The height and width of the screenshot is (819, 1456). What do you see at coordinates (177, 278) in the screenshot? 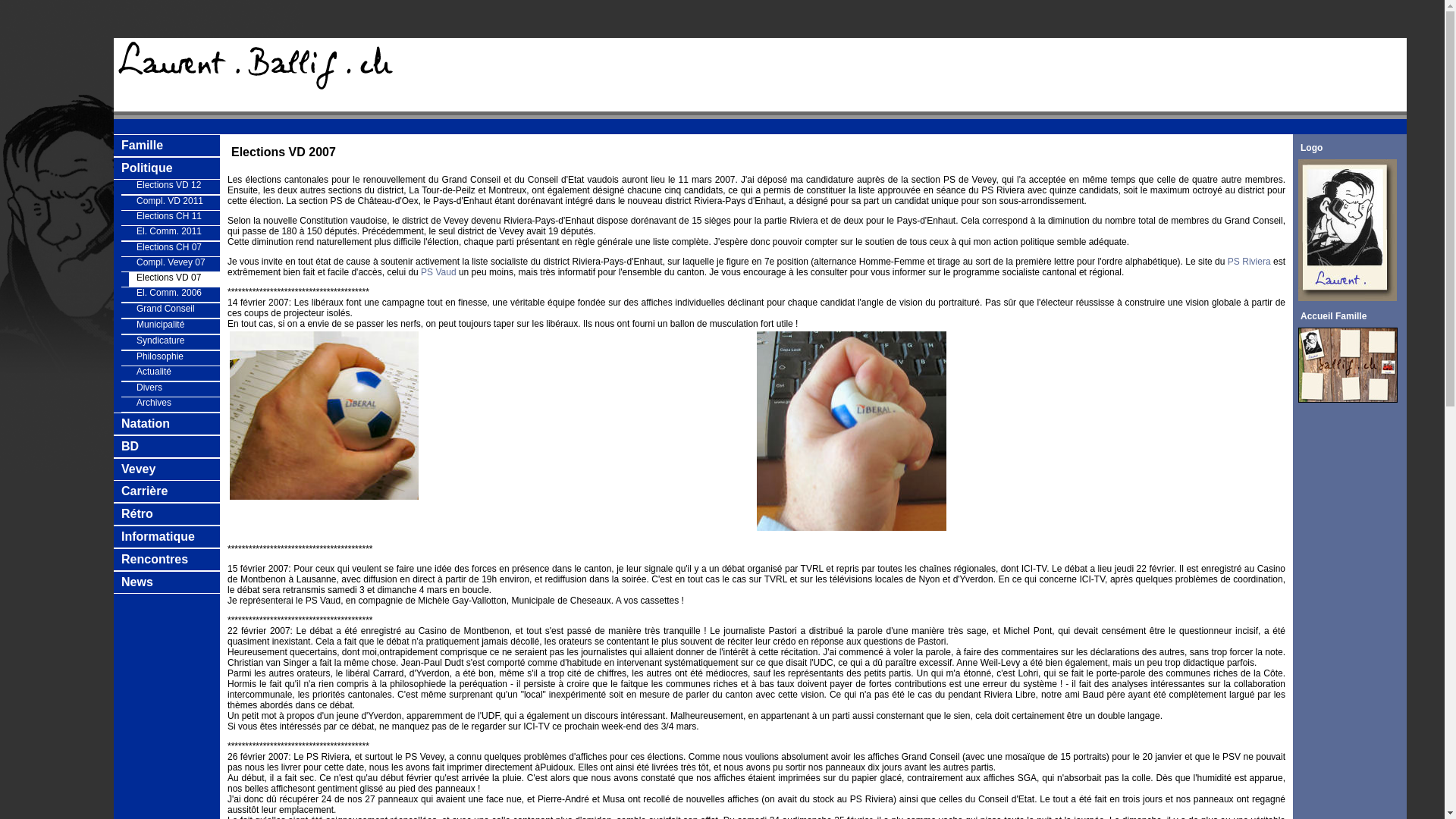
I see `'Elections VD 07'` at bounding box center [177, 278].